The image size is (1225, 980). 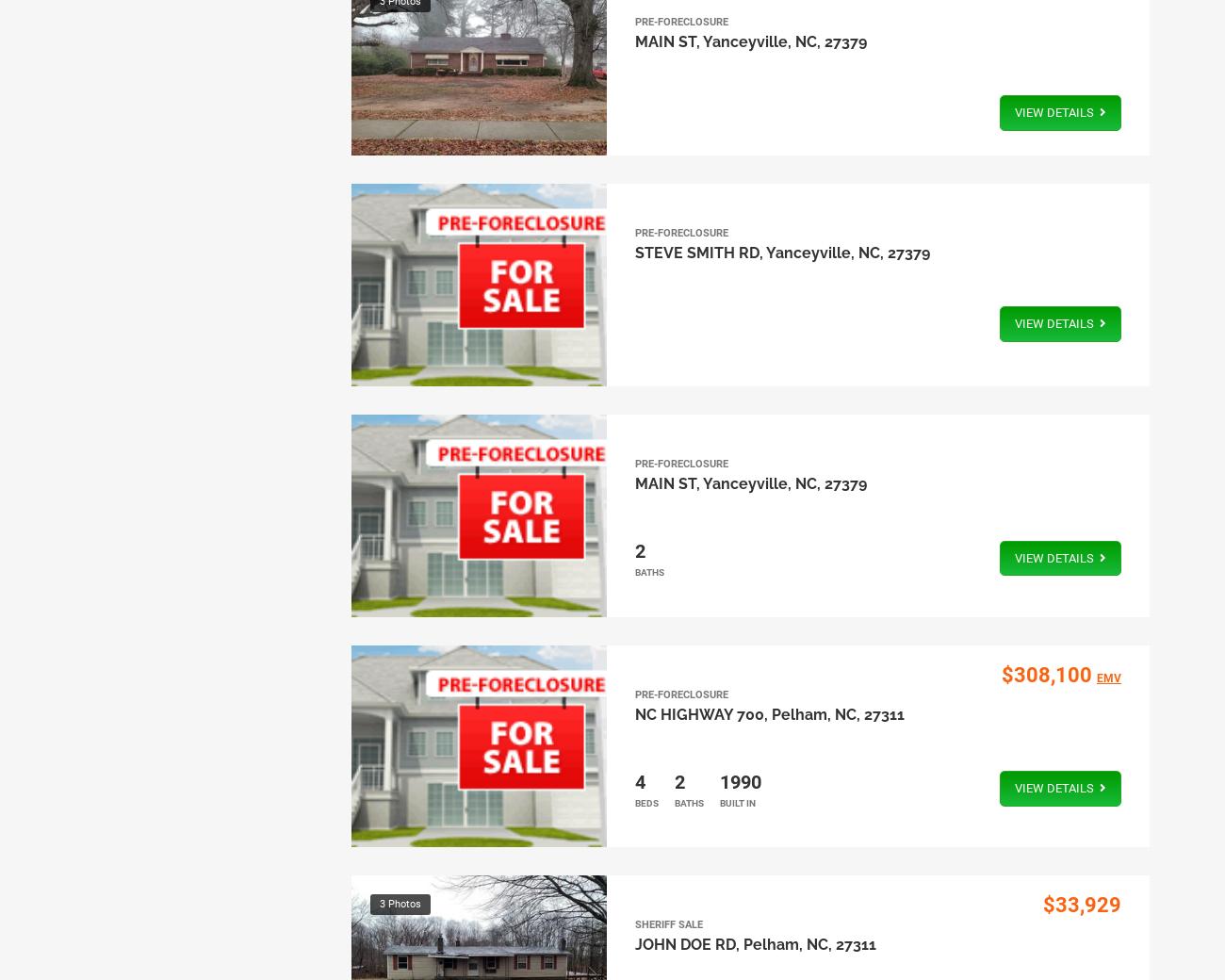 What do you see at coordinates (1044, 674) in the screenshot?
I see `'$308,100'` at bounding box center [1044, 674].